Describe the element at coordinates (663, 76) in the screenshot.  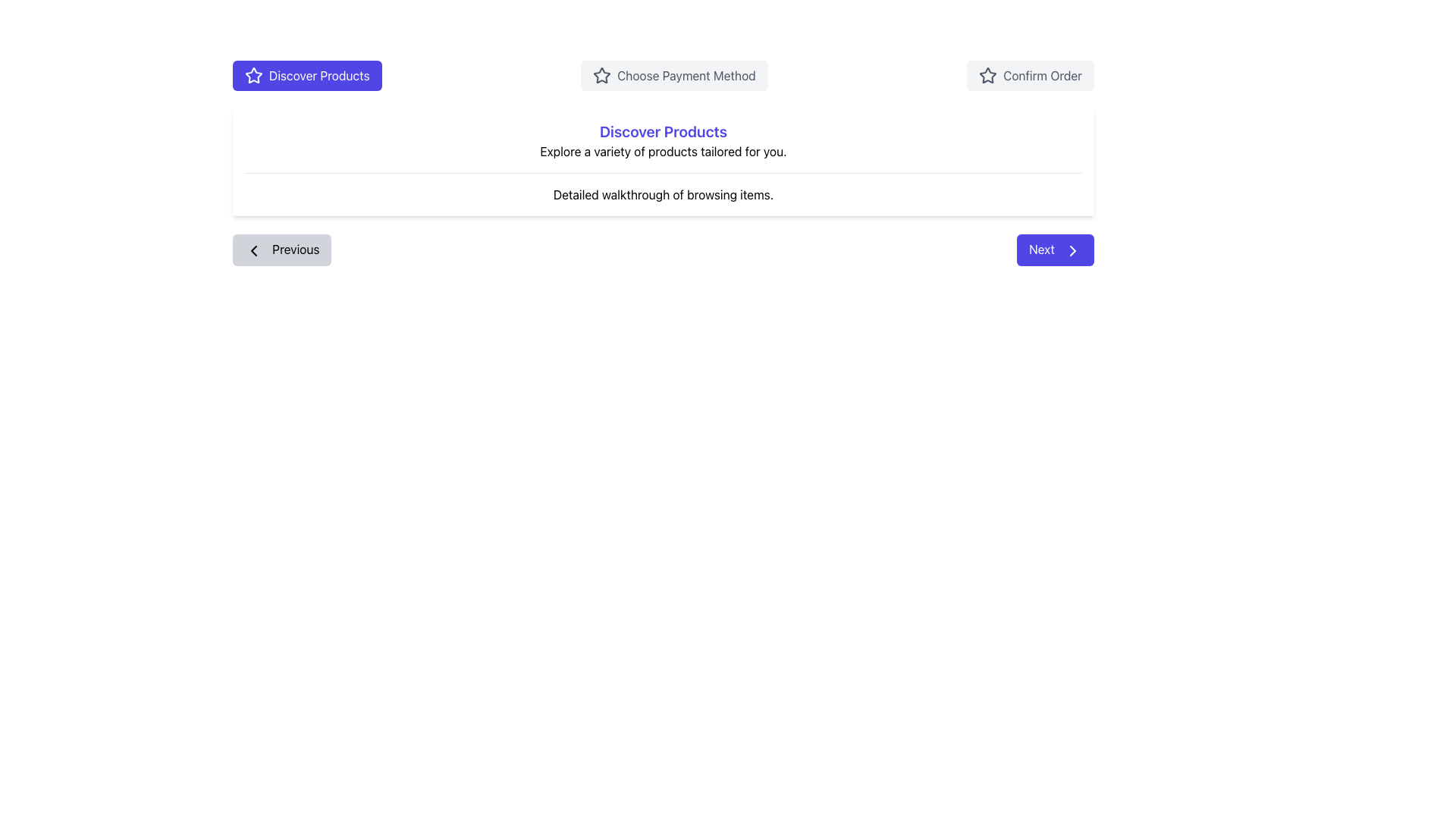
I see `the second tab in the navigation bar` at that location.